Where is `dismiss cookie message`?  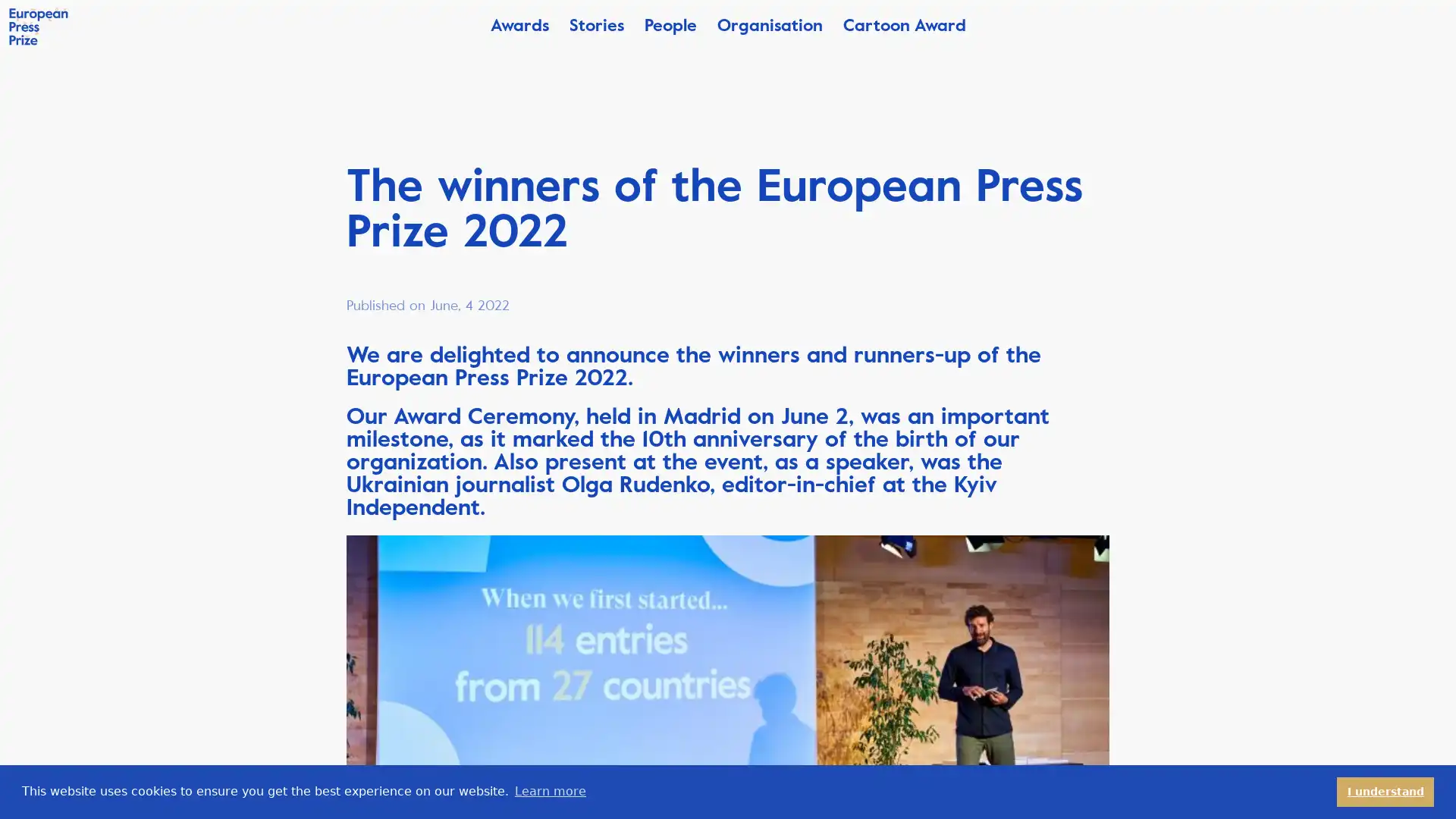
dismiss cookie message is located at coordinates (1385, 791).